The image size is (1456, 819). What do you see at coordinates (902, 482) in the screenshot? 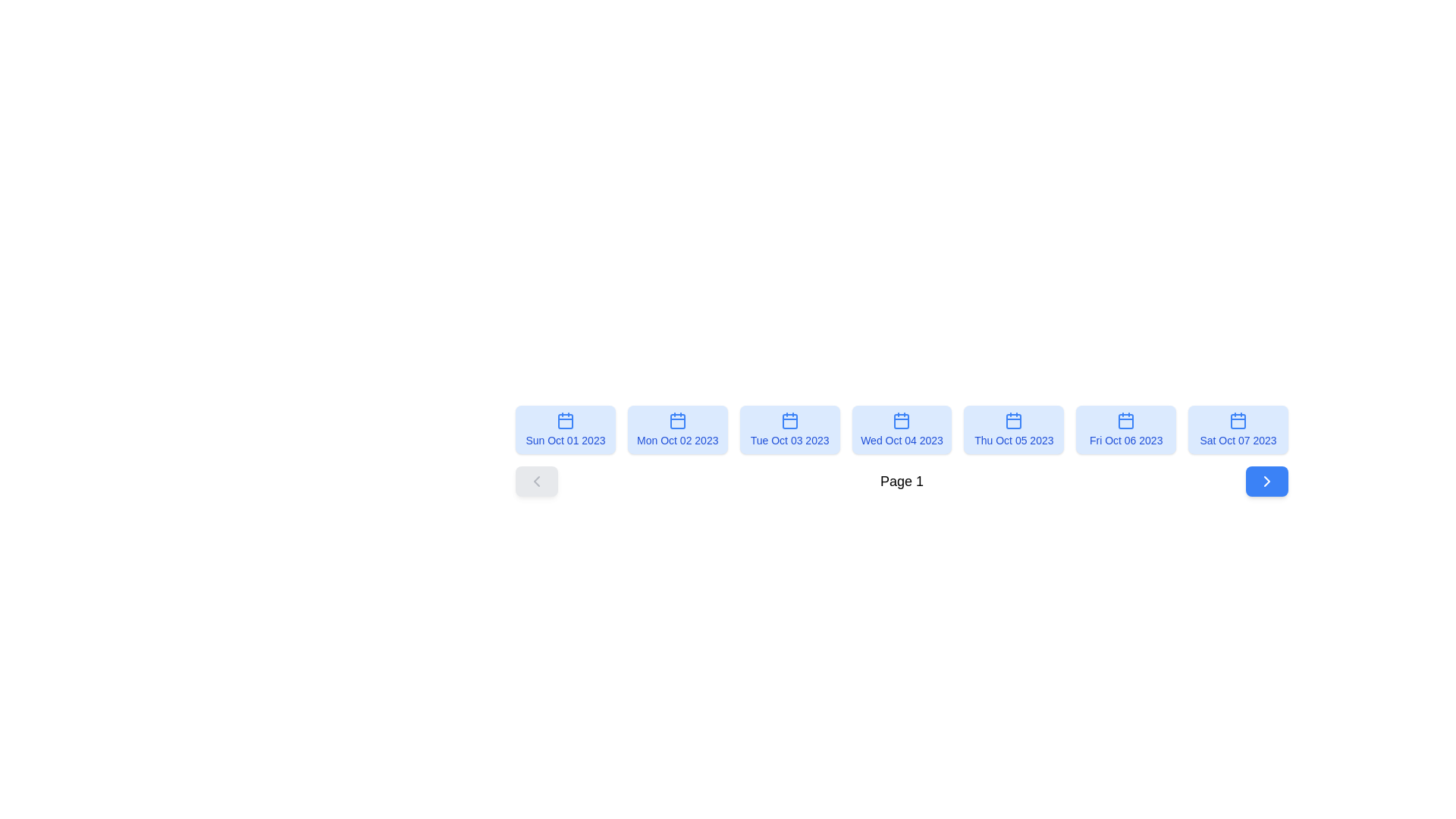
I see `text displayed in the Text Display element located centrally within the bottom navigation bar` at bounding box center [902, 482].